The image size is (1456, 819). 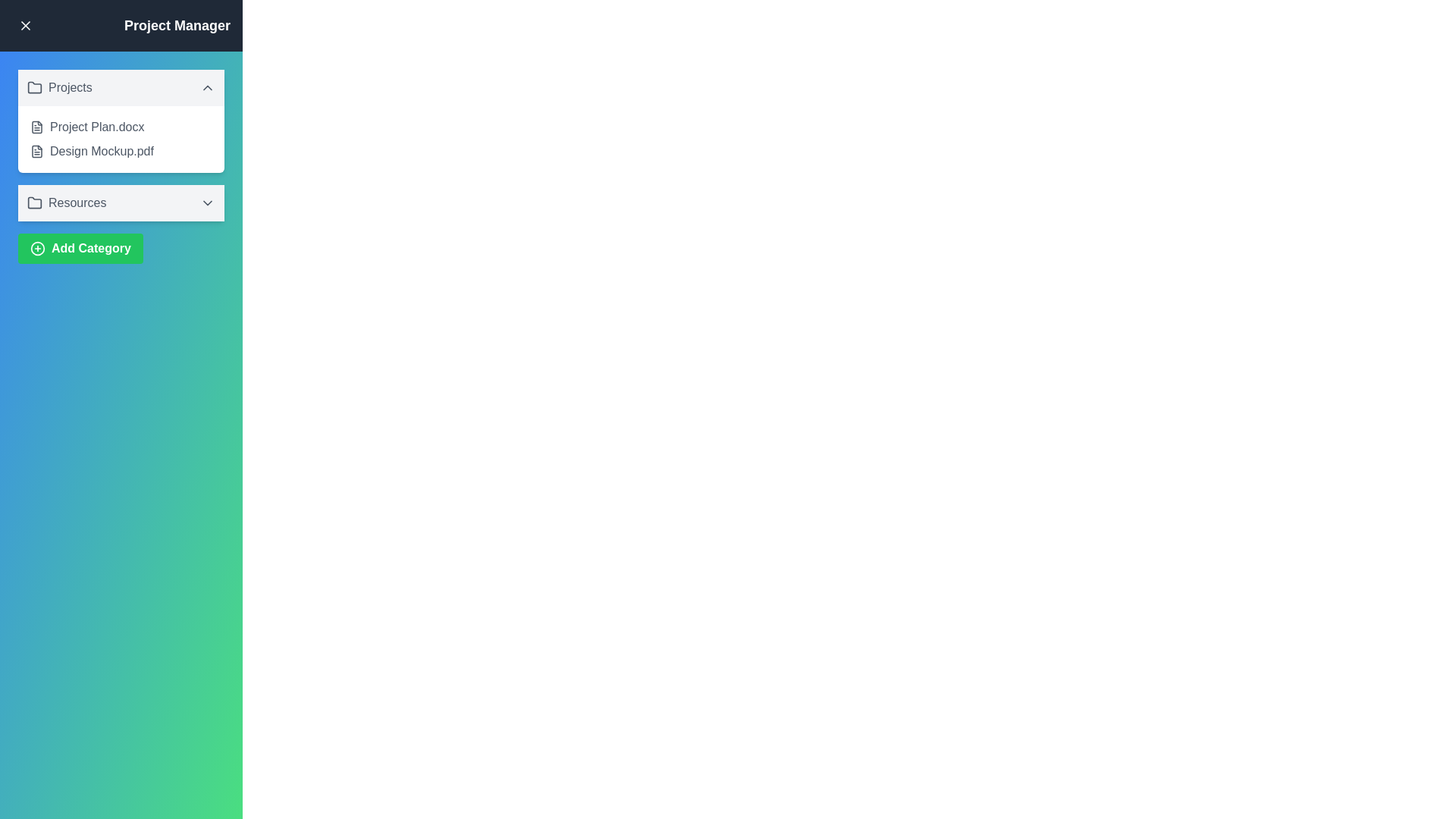 What do you see at coordinates (206, 87) in the screenshot?
I see `the upward-pointing chevron icon located to the right of the 'Projects' section header in the sidebar` at bounding box center [206, 87].